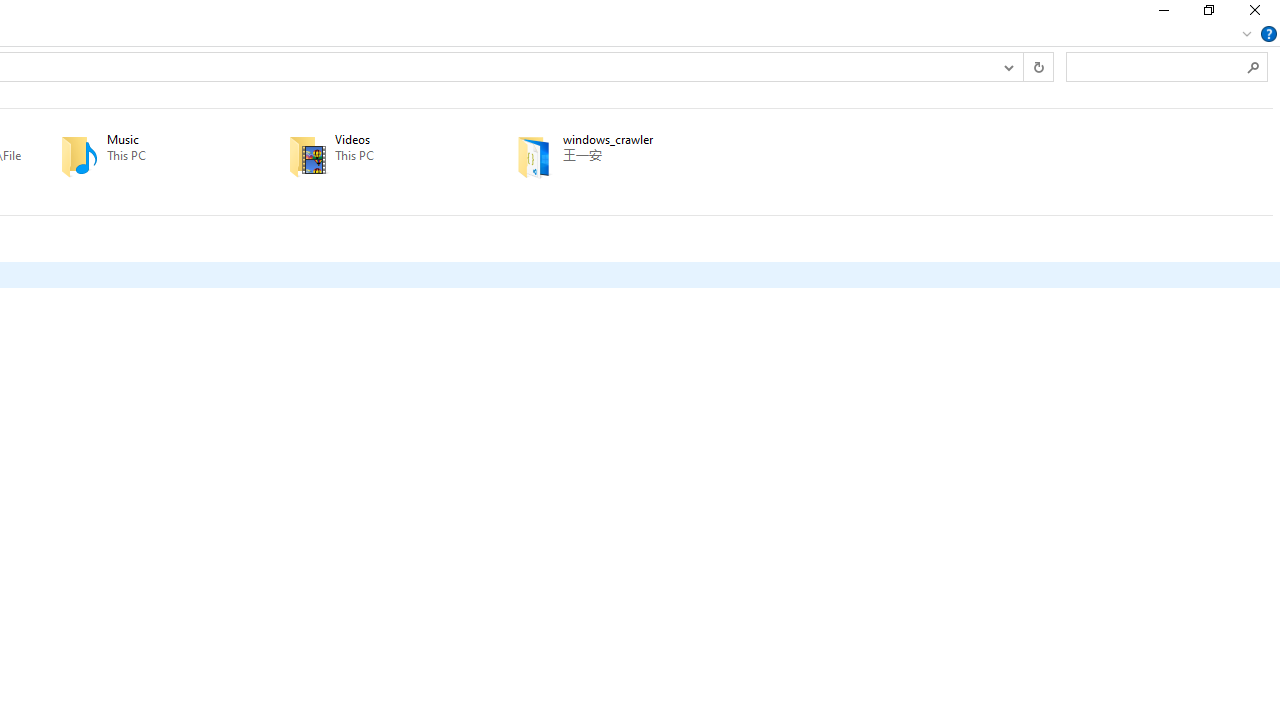  I want to click on 'Refresh "Quick access" (F5)', so click(1038, 65).